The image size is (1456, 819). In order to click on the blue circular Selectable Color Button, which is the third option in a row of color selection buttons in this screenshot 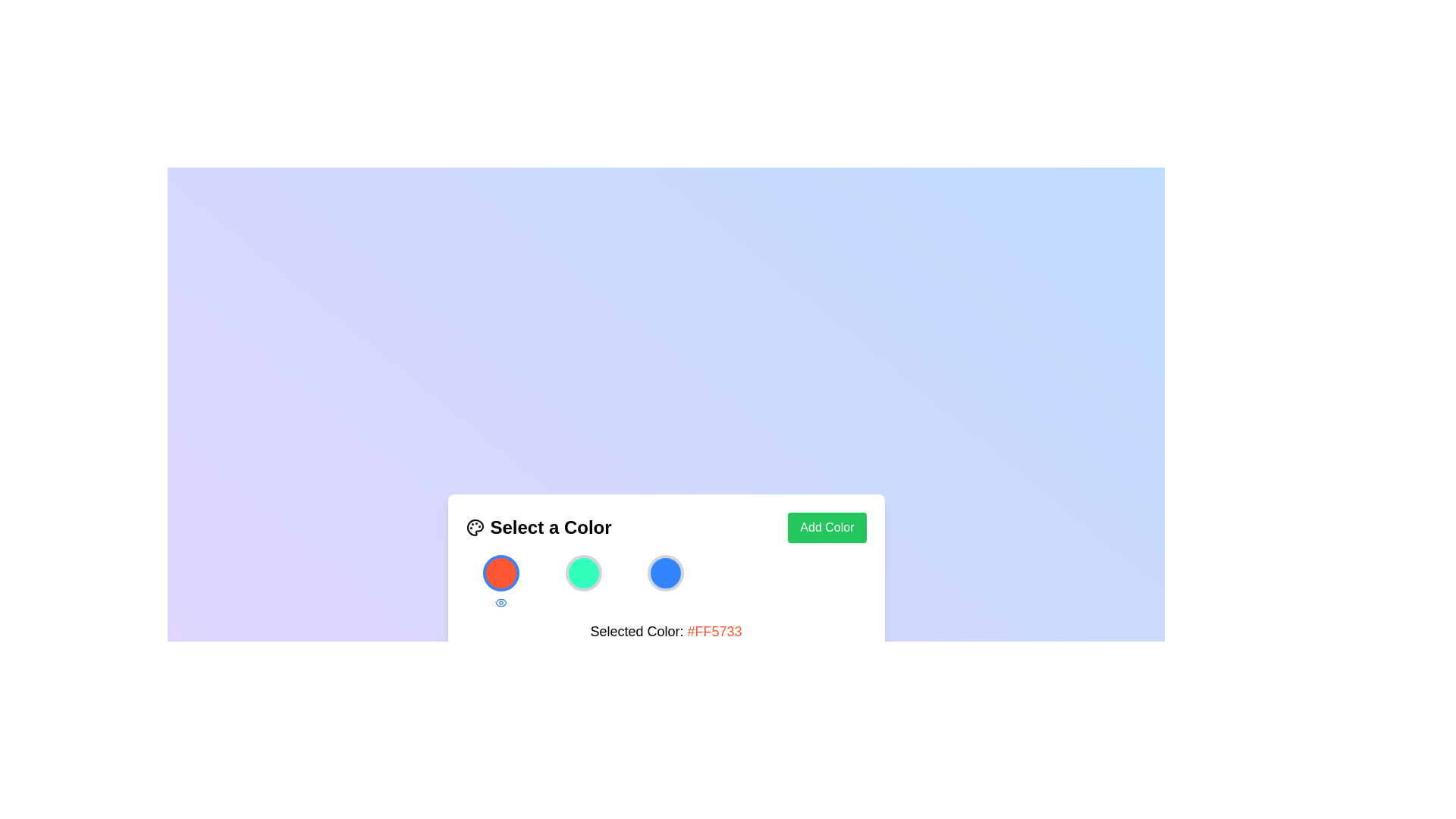, I will do `click(666, 581)`.